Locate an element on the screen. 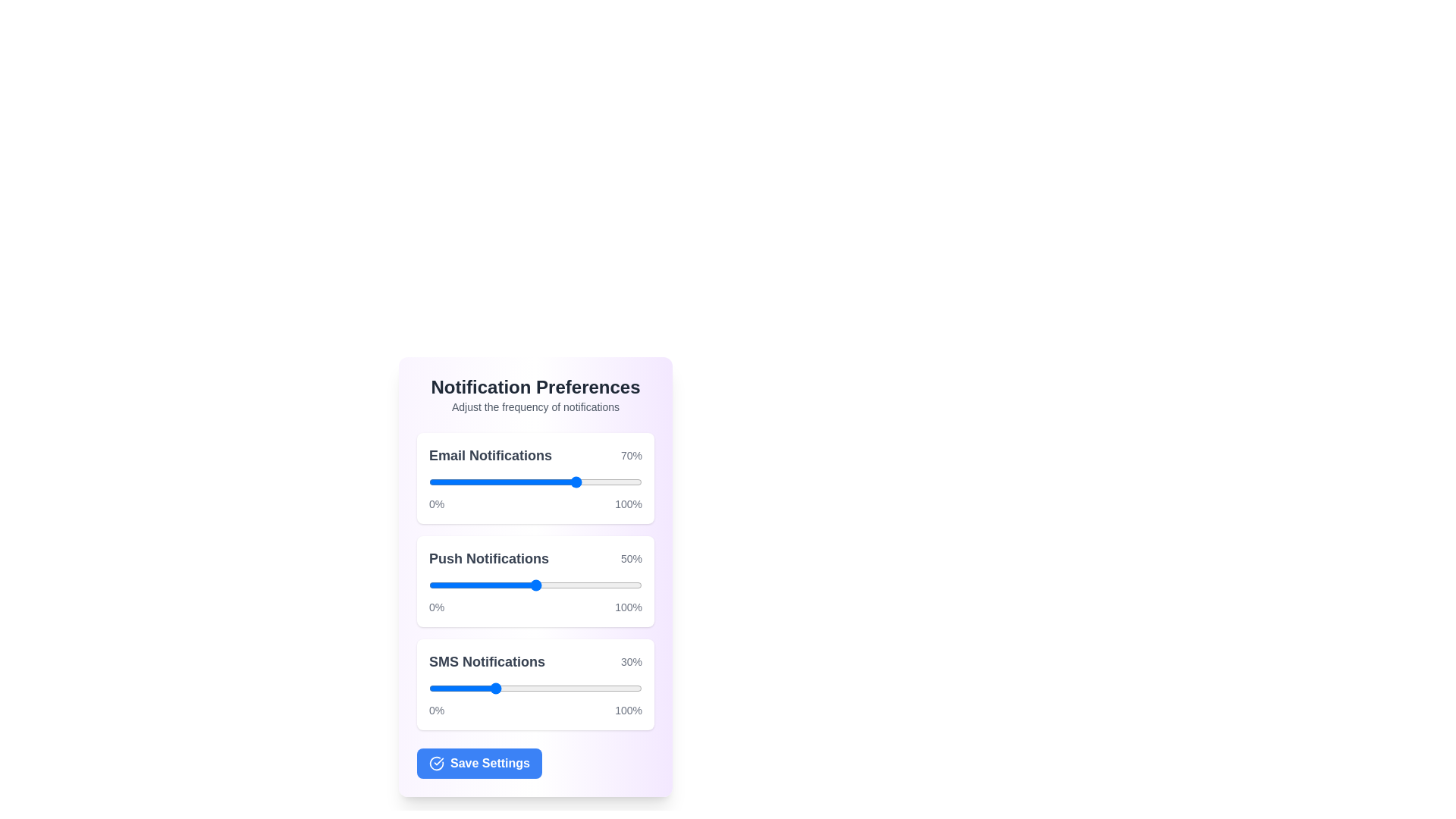  the blue button with rounded corners labeled 'Save Settings' is located at coordinates (535, 763).